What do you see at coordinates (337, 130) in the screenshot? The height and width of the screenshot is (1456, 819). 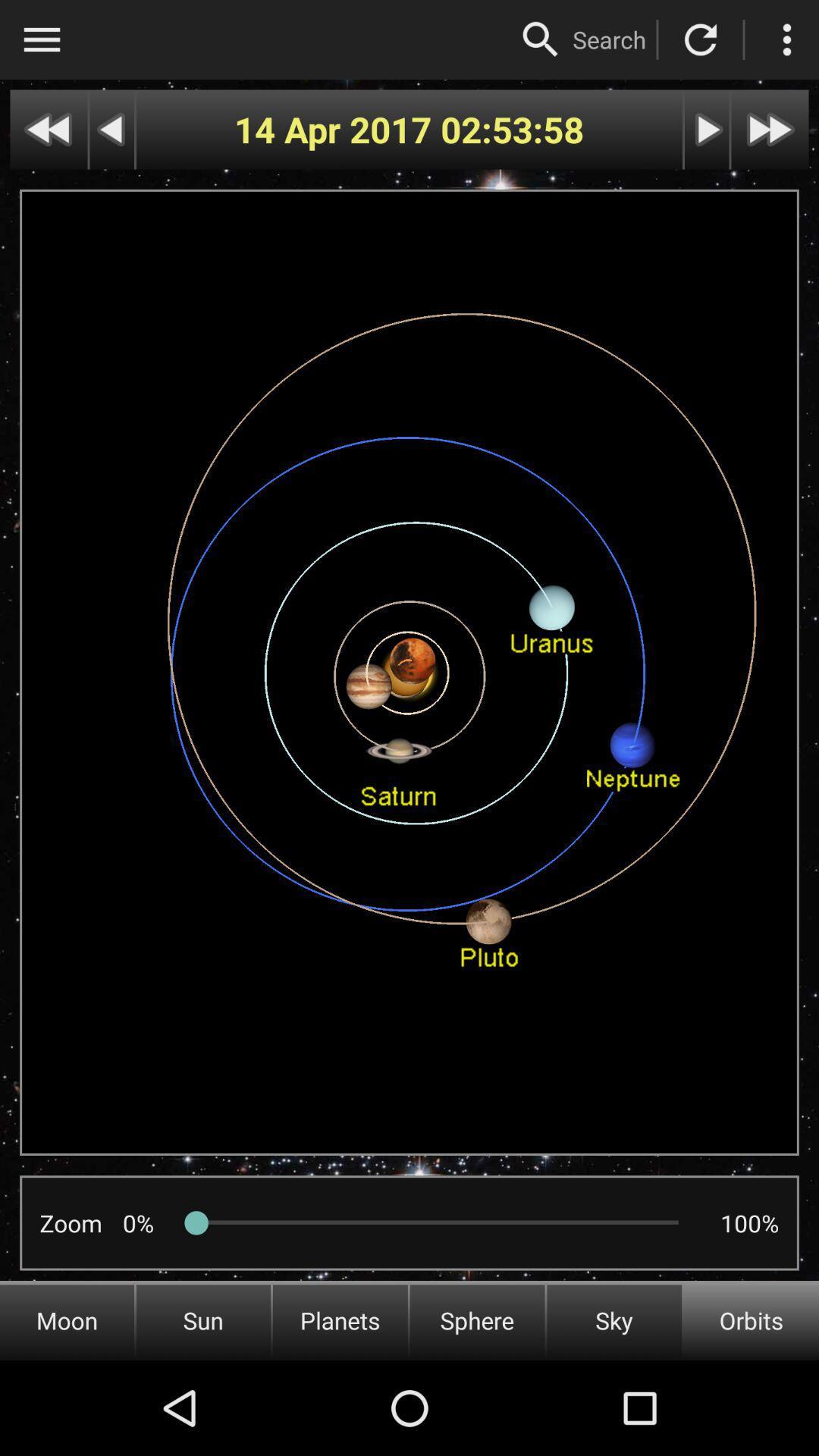 I see `the icon to the left of the 02:53:58 icon` at bounding box center [337, 130].